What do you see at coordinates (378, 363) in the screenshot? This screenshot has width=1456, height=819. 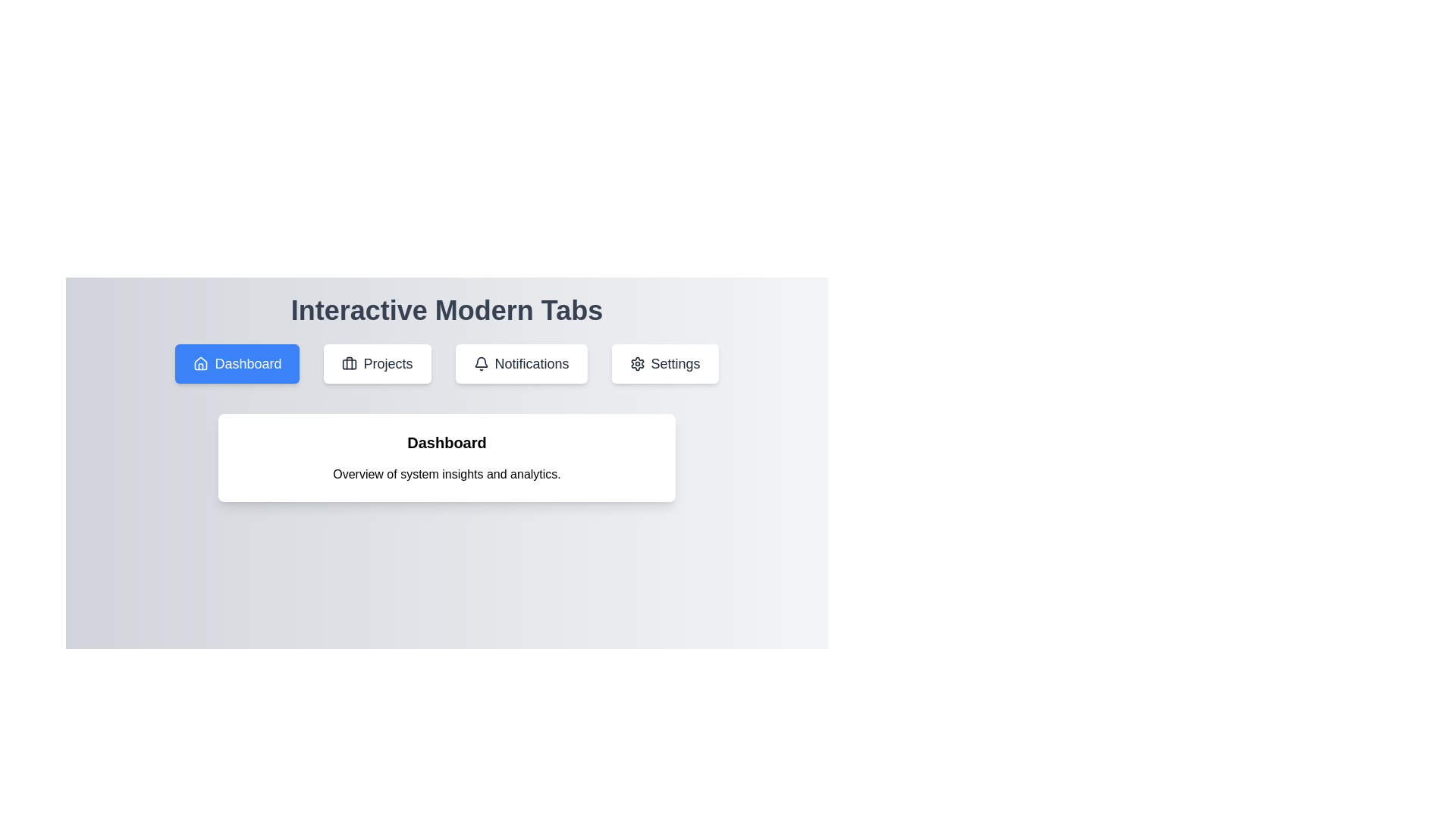 I see `the 'Projects' button, which has a white background, gray text, and a briefcase icon` at bounding box center [378, 363].